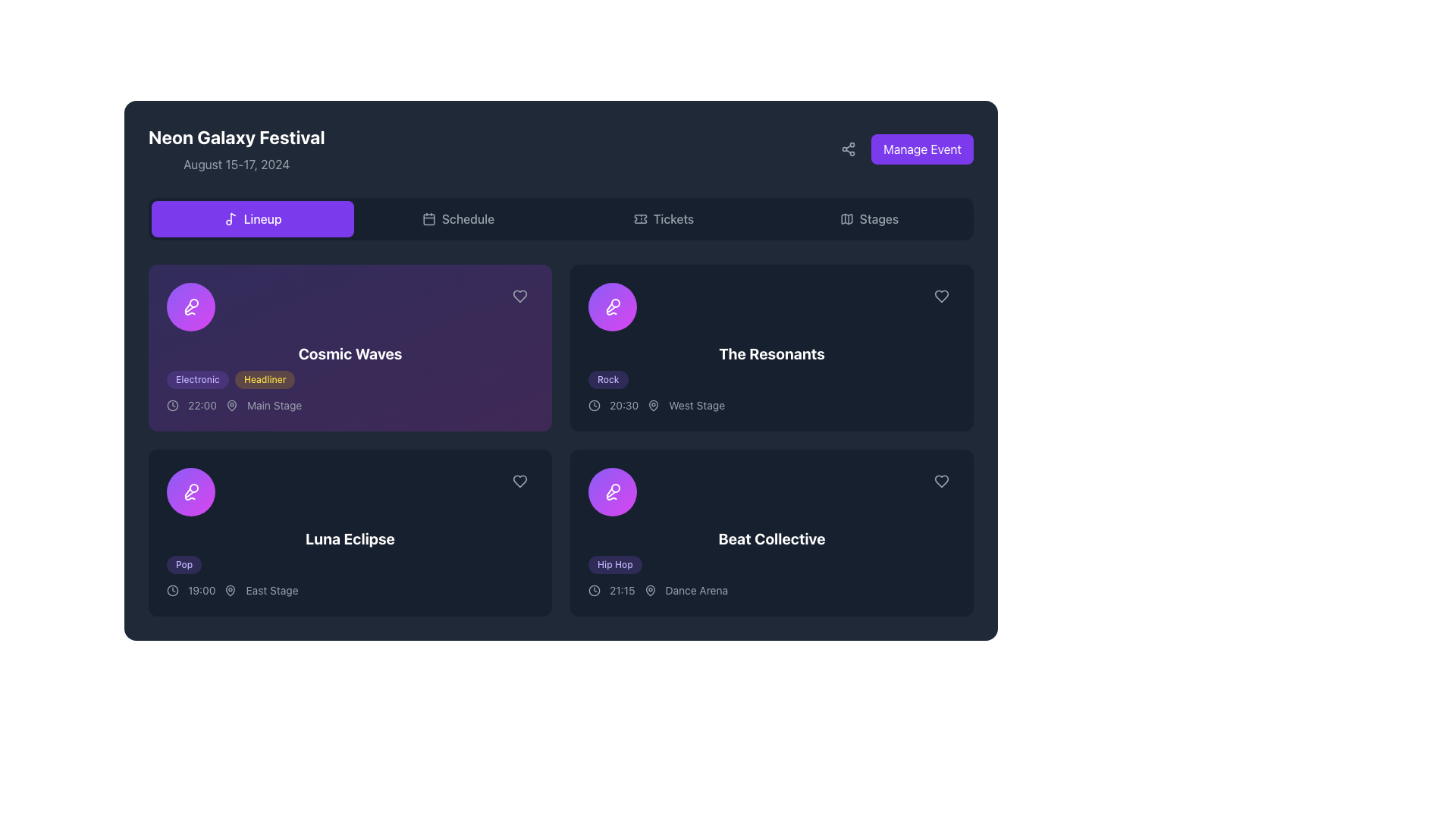 The image size is (1456, 819). What do you see at coordinates (941, 296) in the screenshot?
I see `the favorite icon located at the top-right corner of the card labeled 'The Resonants' to trigger a visual effect` at bounding box center [941, 296].